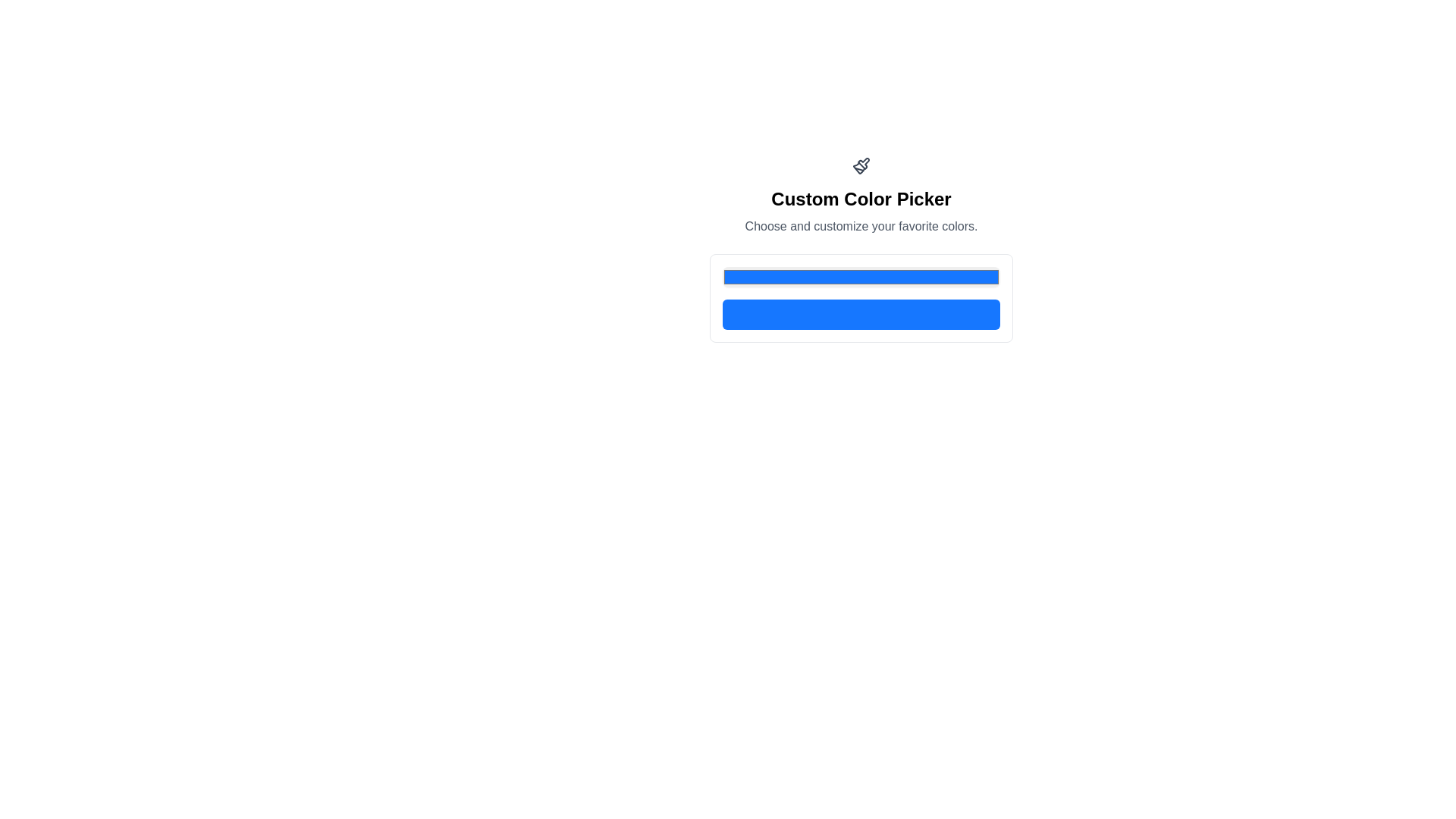 The width and height of the screenshot is (1456, 819). I want to click on the paintbrush icon, which is a minimalistic gray graphical element located above the 'Custom Color Picker' label and near the interactive blue buttons, so click(864, 163).